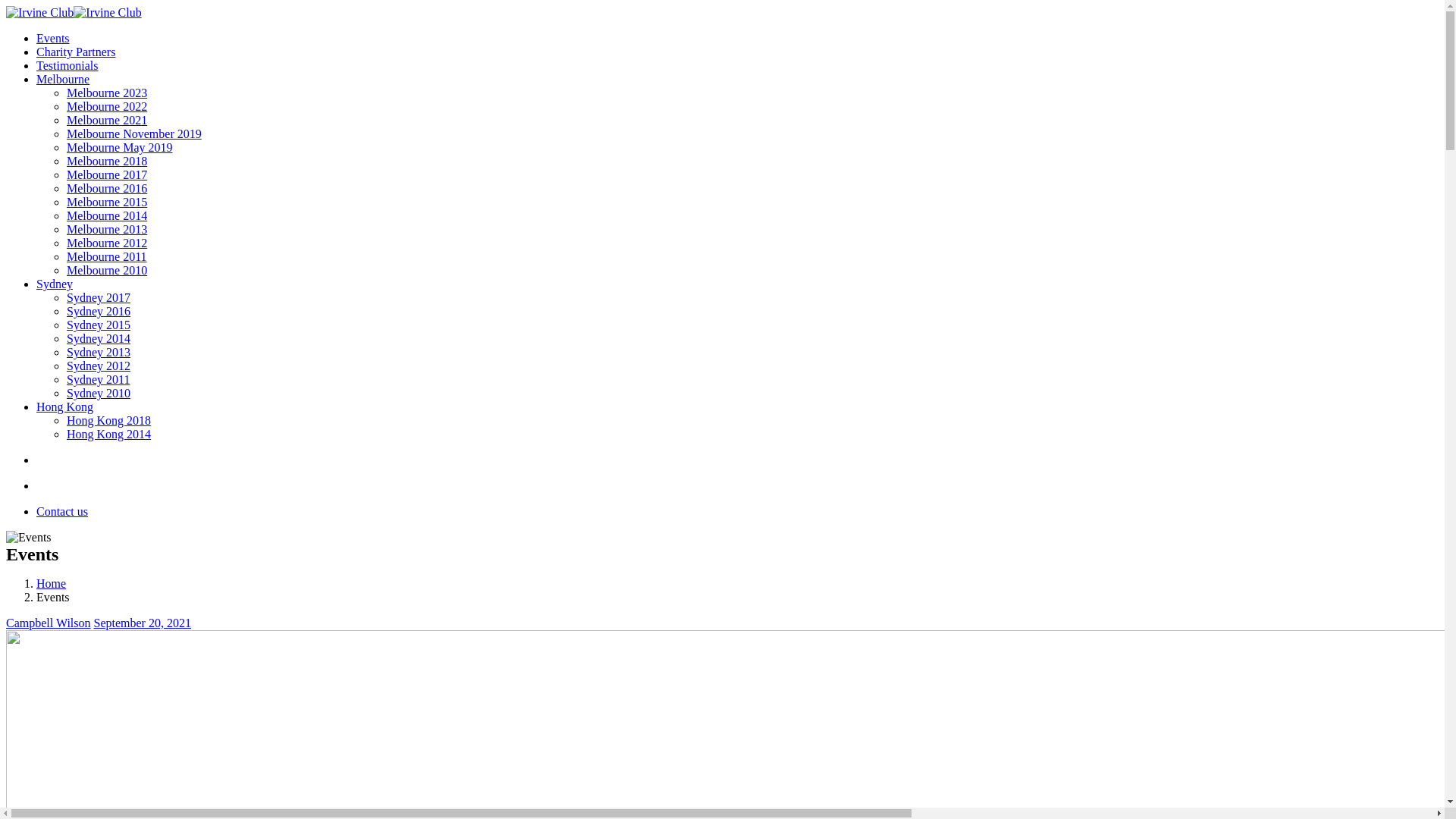 This screenshot has width=1456, height=819. What do you see at coordinates (108, 434) in the screenshot?
I see `'Hong Kong 2014'` at bounding box center [108, 434].